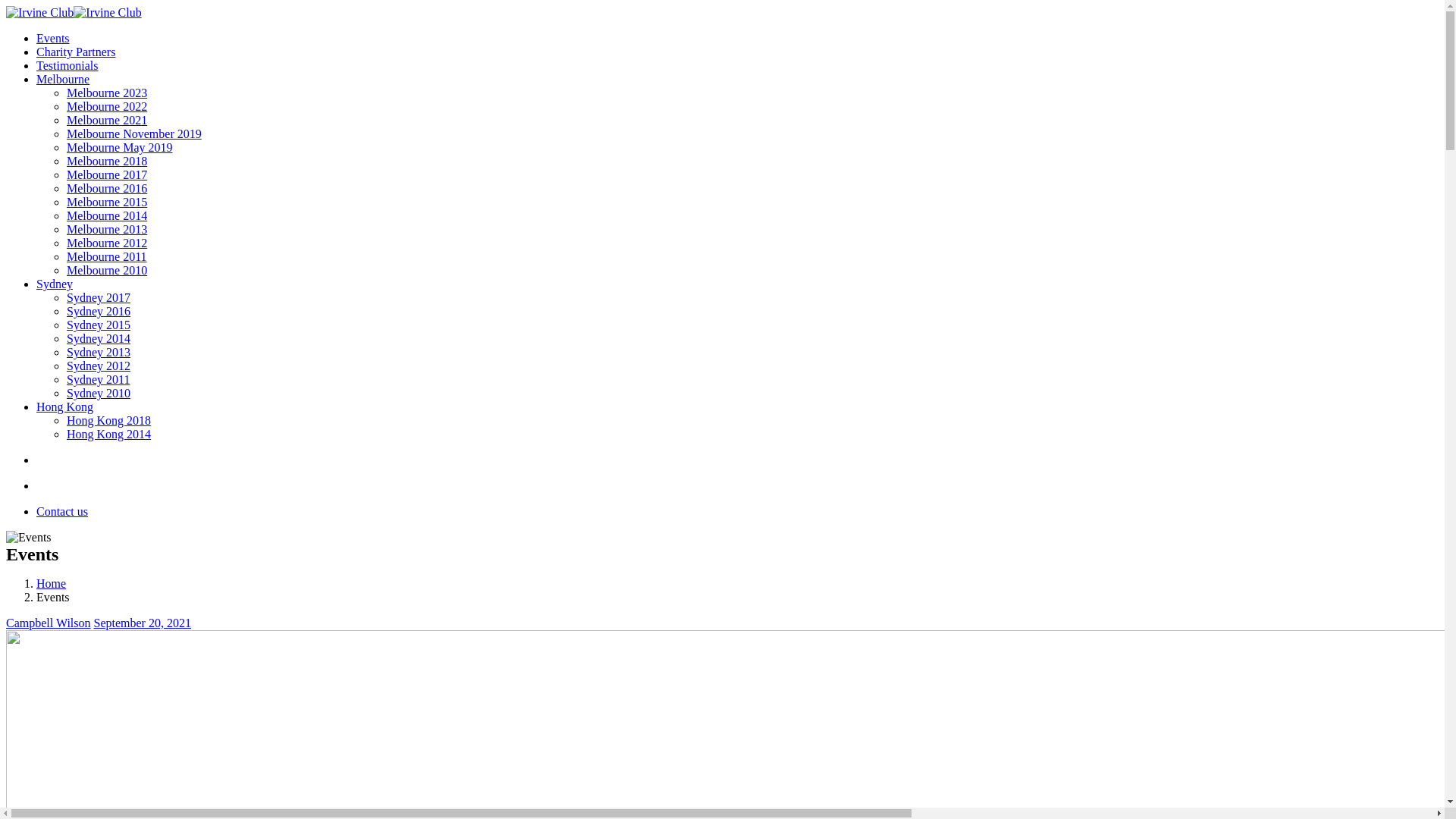 This screenshot has width=1456, height=819. What do you see at coordinates (108, 434) in the screenshot?
I see `'Hong Kong 2014'` at bounding box center [108, 434].